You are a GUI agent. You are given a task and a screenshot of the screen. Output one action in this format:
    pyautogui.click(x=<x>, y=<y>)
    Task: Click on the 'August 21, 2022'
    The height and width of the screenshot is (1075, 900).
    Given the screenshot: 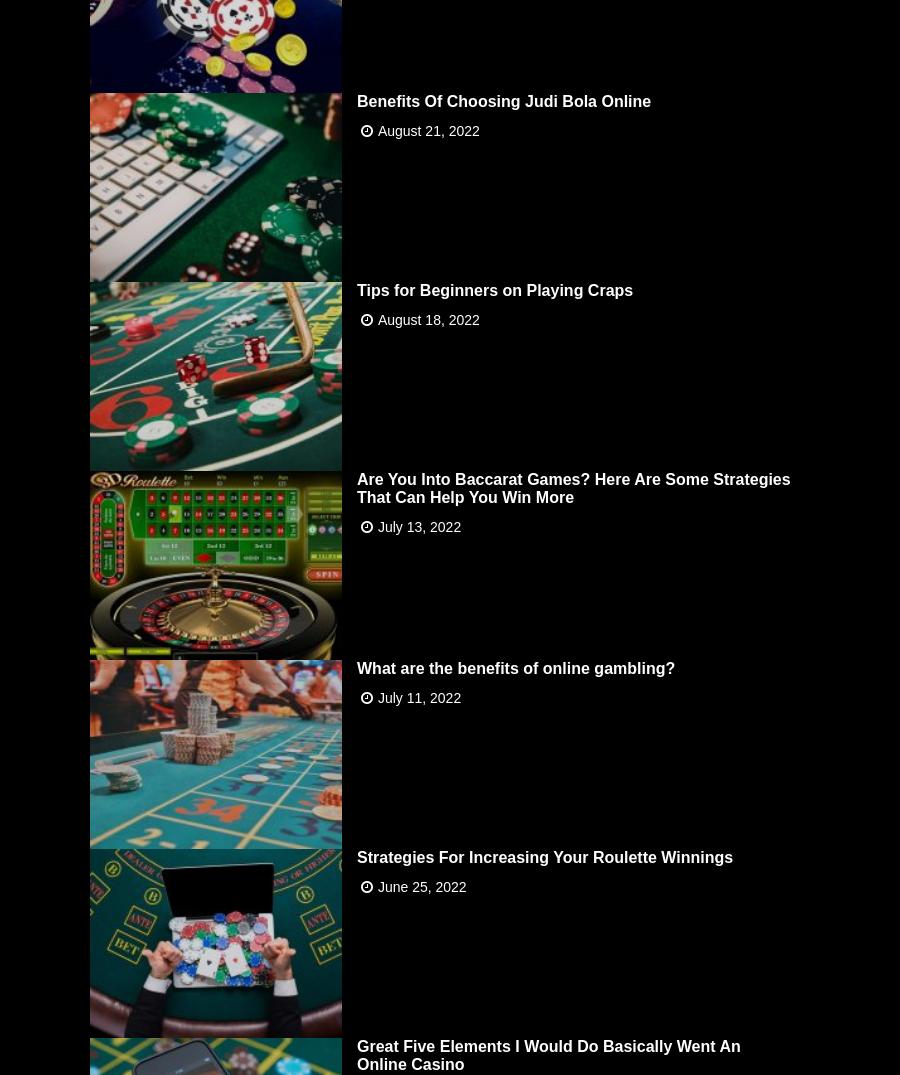 What is the action you would take?
    pyautogui.click(x=377, y=128)
    